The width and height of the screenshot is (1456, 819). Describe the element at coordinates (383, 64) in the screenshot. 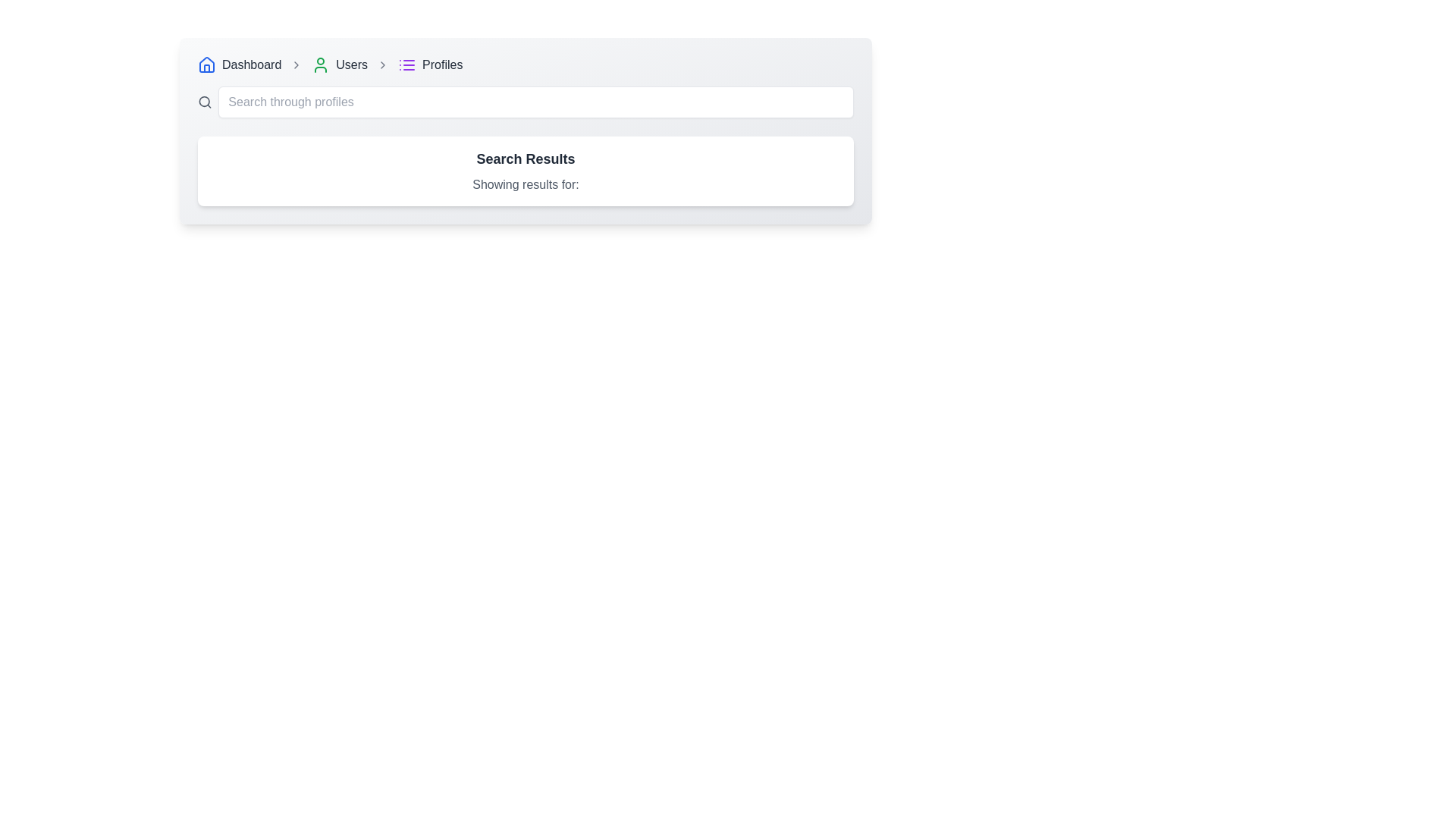

I see `the second chevron icon in the breadcrumb navigation bar, positioned between 'Users' and 'Profiles', to enhance clarity of the hierarchy` at that location.